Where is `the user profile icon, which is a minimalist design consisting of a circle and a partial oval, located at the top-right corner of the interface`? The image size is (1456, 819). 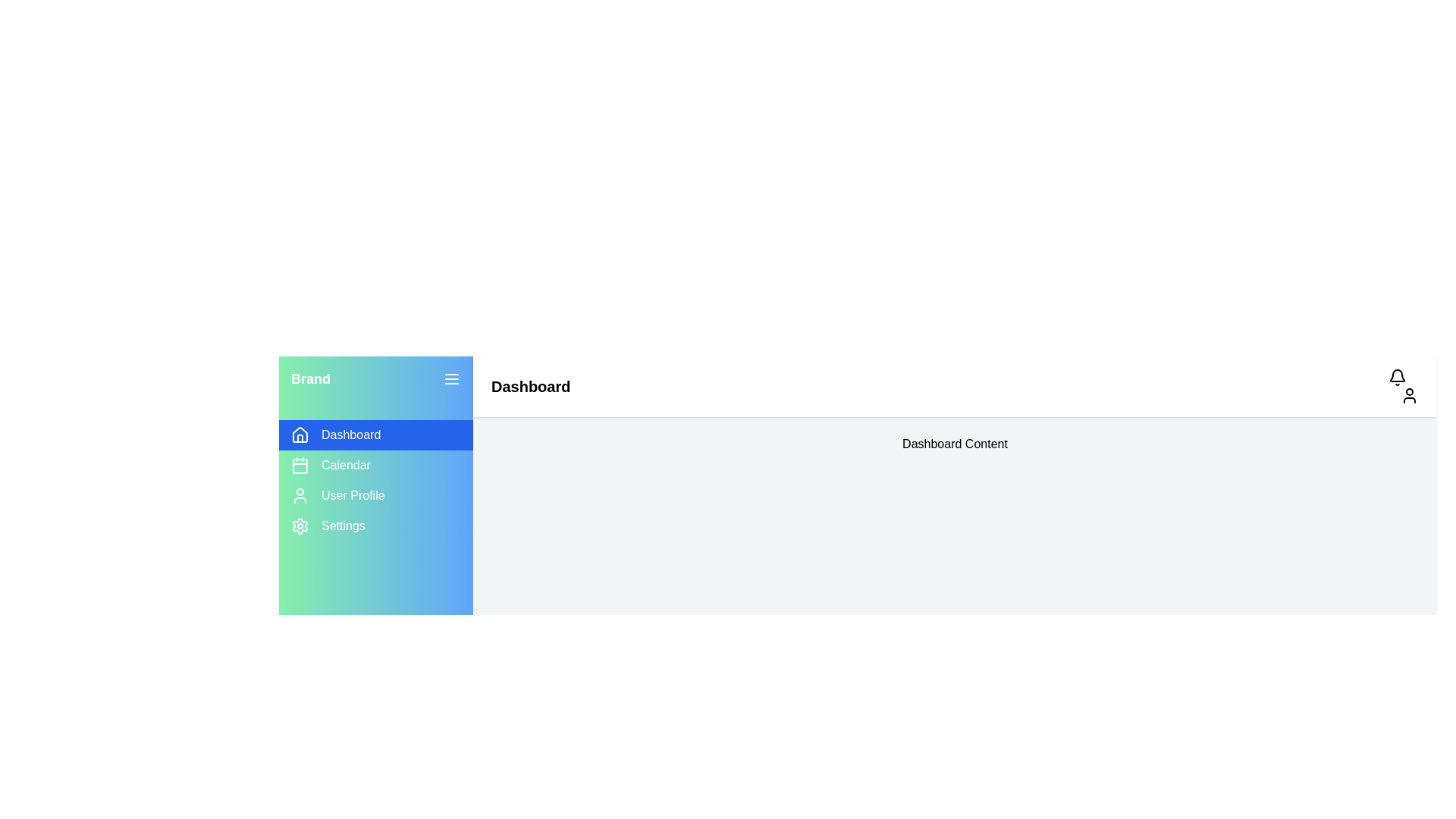
the user profile icon, which is a minimalist design consisting of a circle and a partial oval, located at the top-right corner of the interface is located at coordinates (1408, 394).